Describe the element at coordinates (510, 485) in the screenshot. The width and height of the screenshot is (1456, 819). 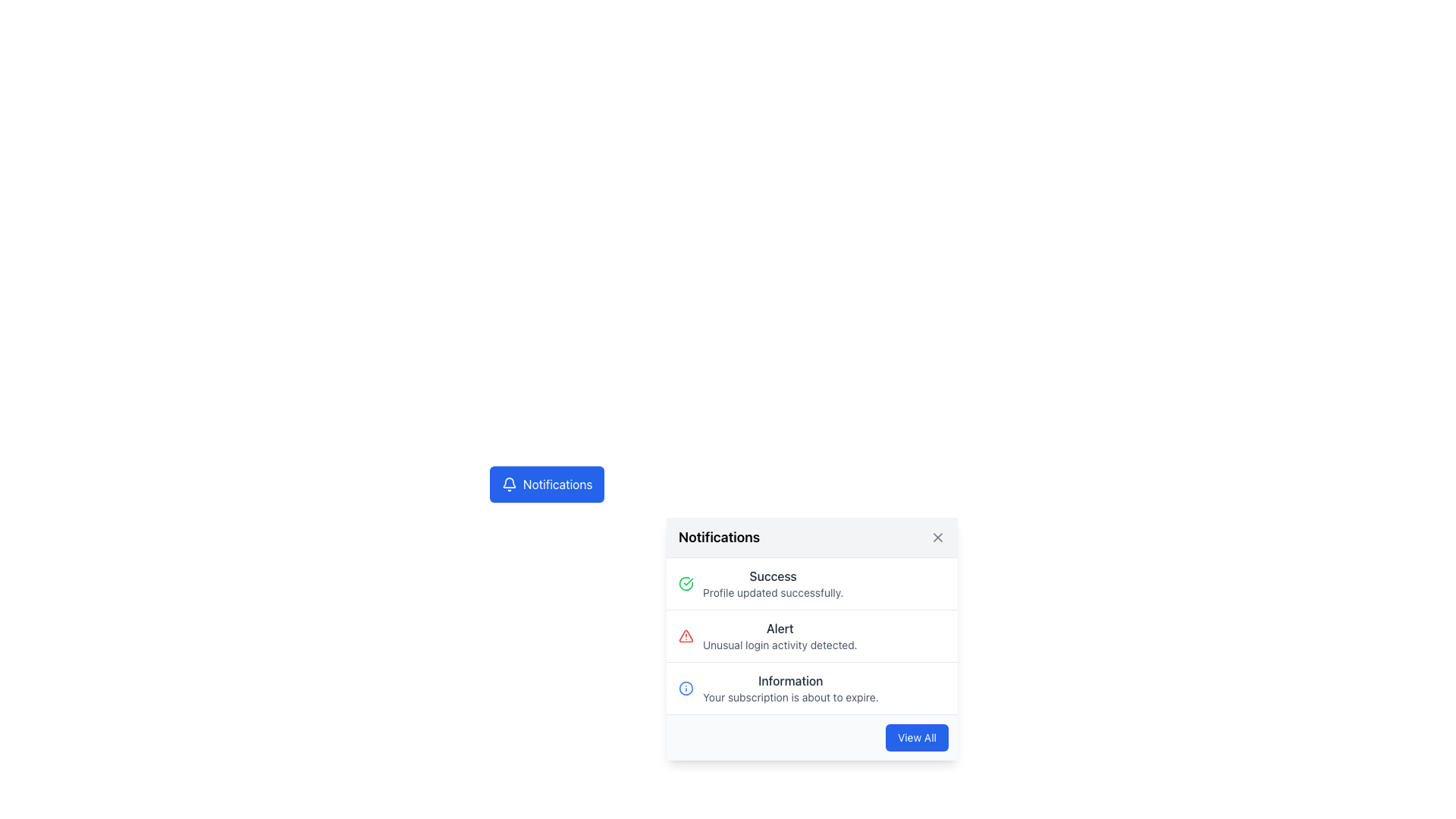
I see `the bell icon located at the left end of the 'Notifications' button` at that location.